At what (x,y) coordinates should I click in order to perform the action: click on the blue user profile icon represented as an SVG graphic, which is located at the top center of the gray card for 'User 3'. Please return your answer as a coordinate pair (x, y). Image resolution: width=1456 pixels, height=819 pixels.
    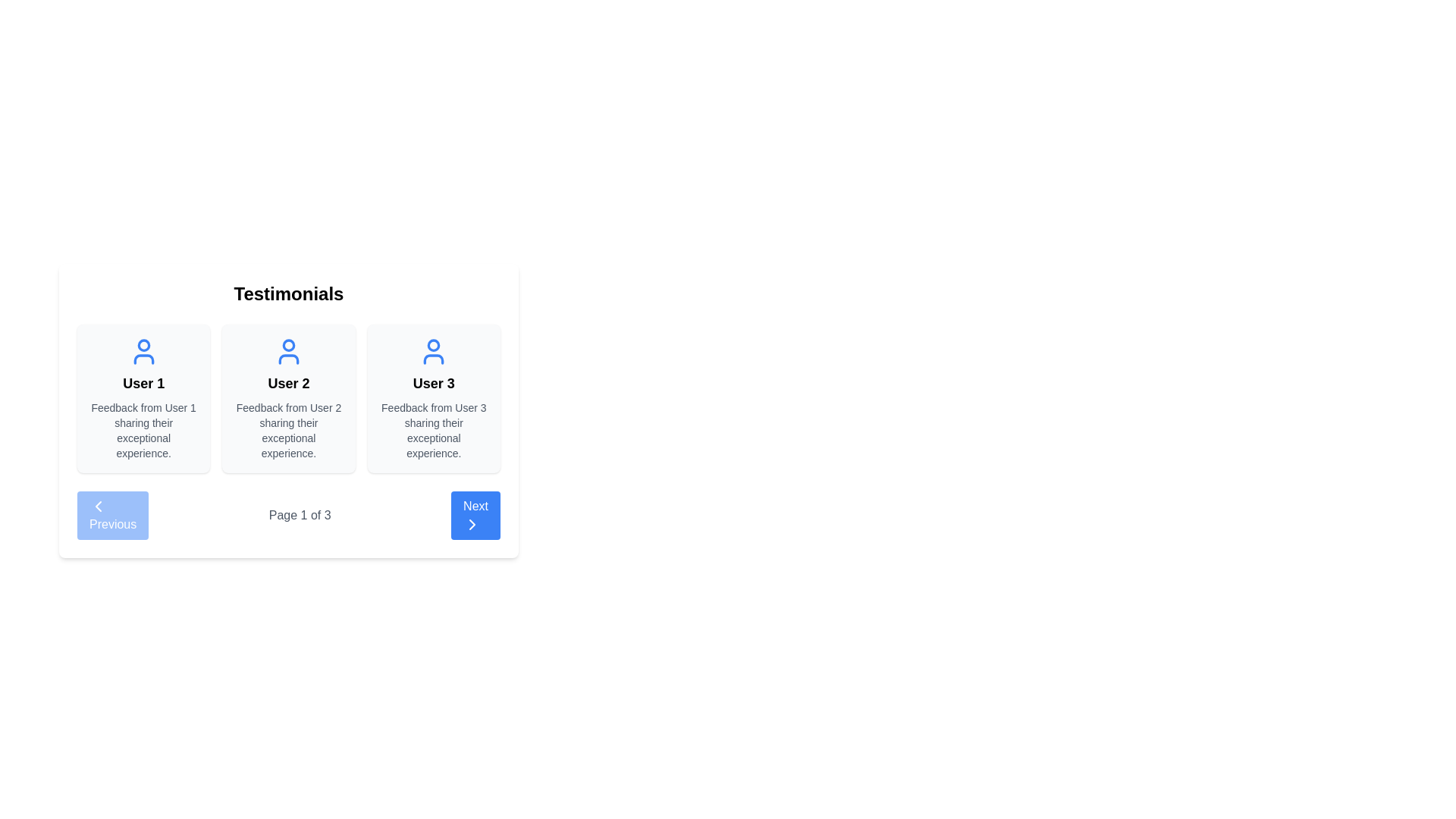
    Looking at the image, I should click on (433, 351).